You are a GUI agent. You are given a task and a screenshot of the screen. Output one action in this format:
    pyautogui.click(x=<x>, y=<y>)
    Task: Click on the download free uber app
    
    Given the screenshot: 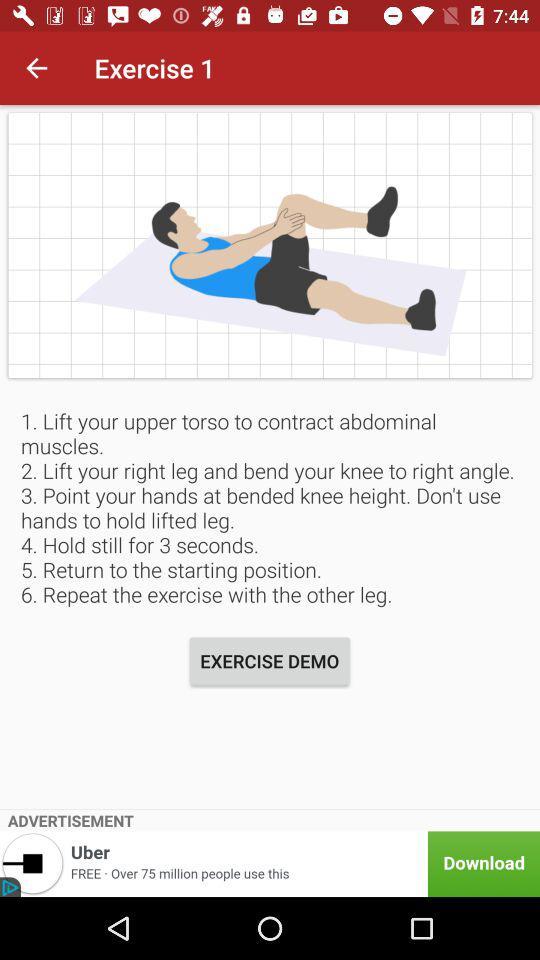 What is the action you would take?
    pyautogui.click(x=270, y=863)
    